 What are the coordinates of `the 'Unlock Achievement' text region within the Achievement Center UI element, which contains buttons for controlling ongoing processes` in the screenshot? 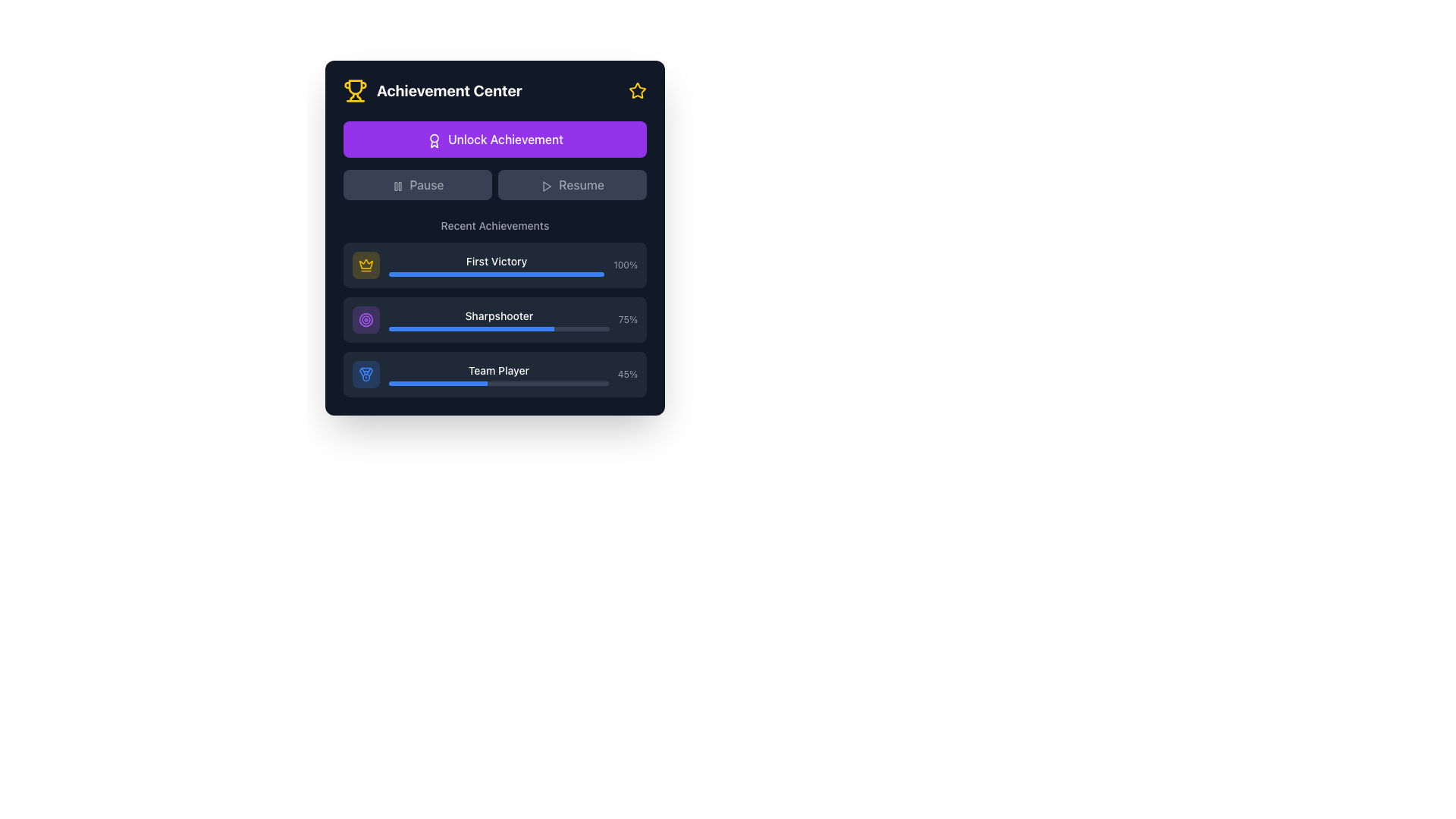 It's located at (494, 161).